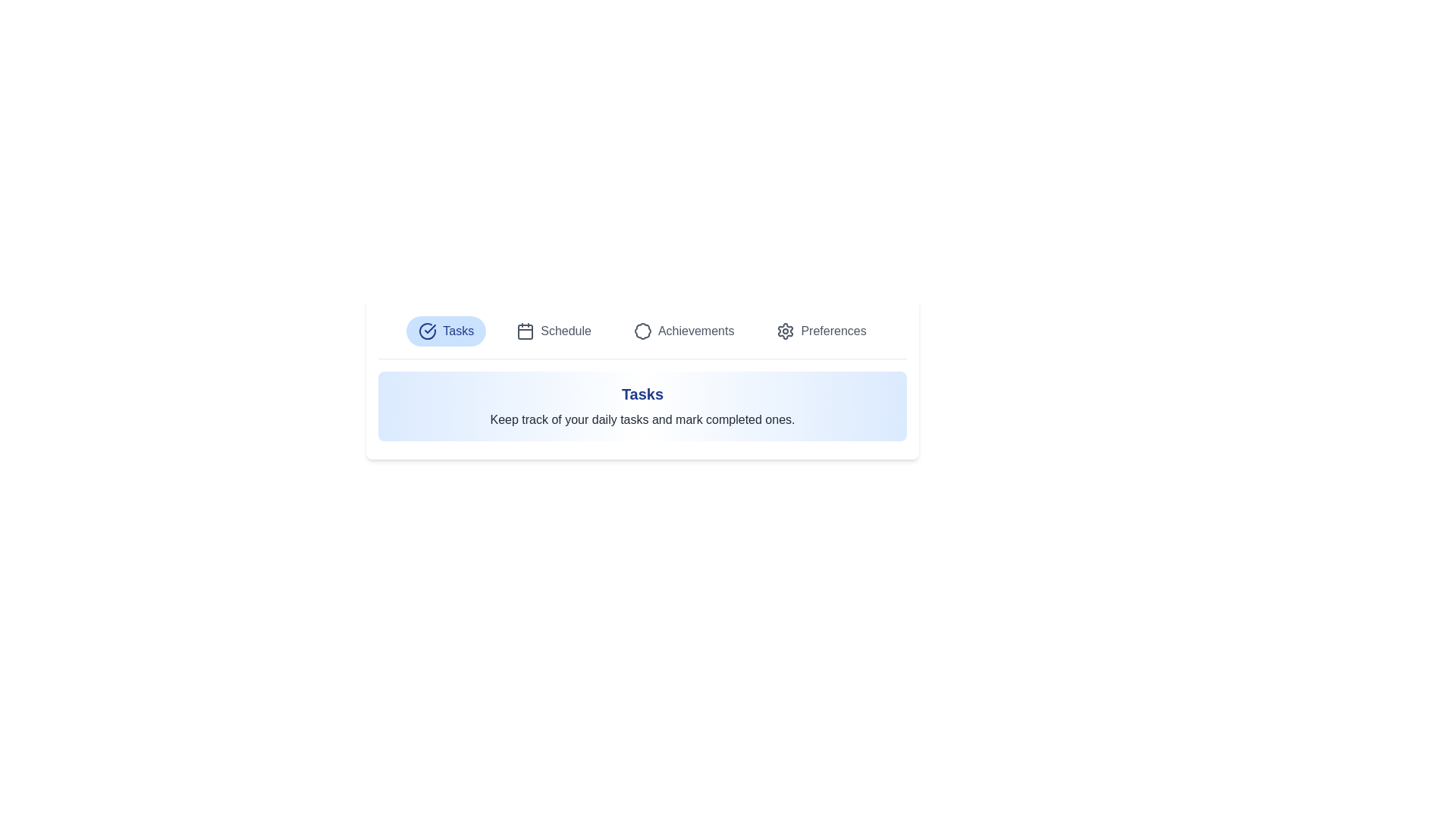 The height and width of the screenshot is (819, 1456). What do you see at coordinates (642, 330) in the screenshot?
I see `the decorative icon next to the 'Achievements' label to enhance the section's recognizability` at bounding box center [642, 330].